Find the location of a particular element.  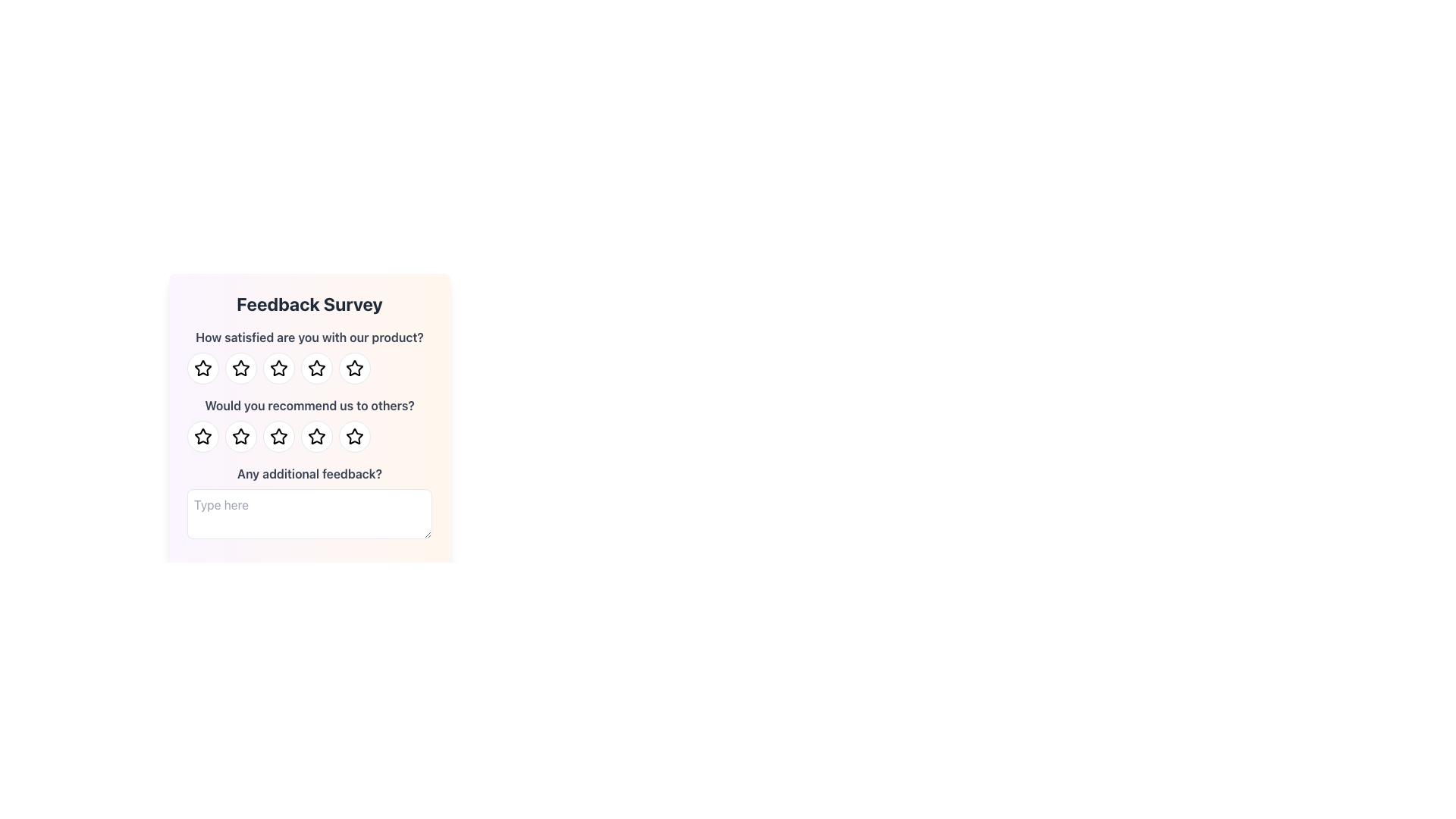

the fourth star-shaped icon in the second row of the 5-star rating system is located at coordinates (315, 436).